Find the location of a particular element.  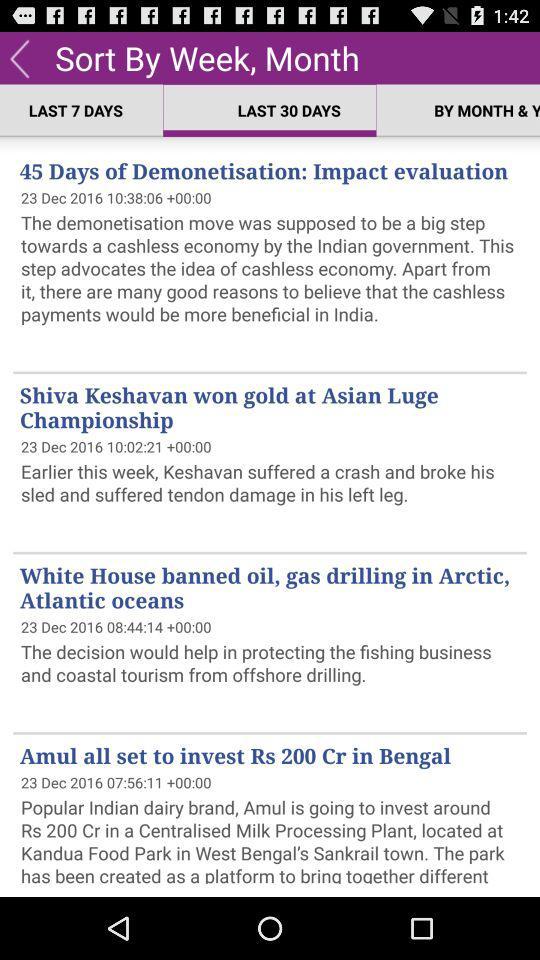

go back is located at coordinates (18, 56).